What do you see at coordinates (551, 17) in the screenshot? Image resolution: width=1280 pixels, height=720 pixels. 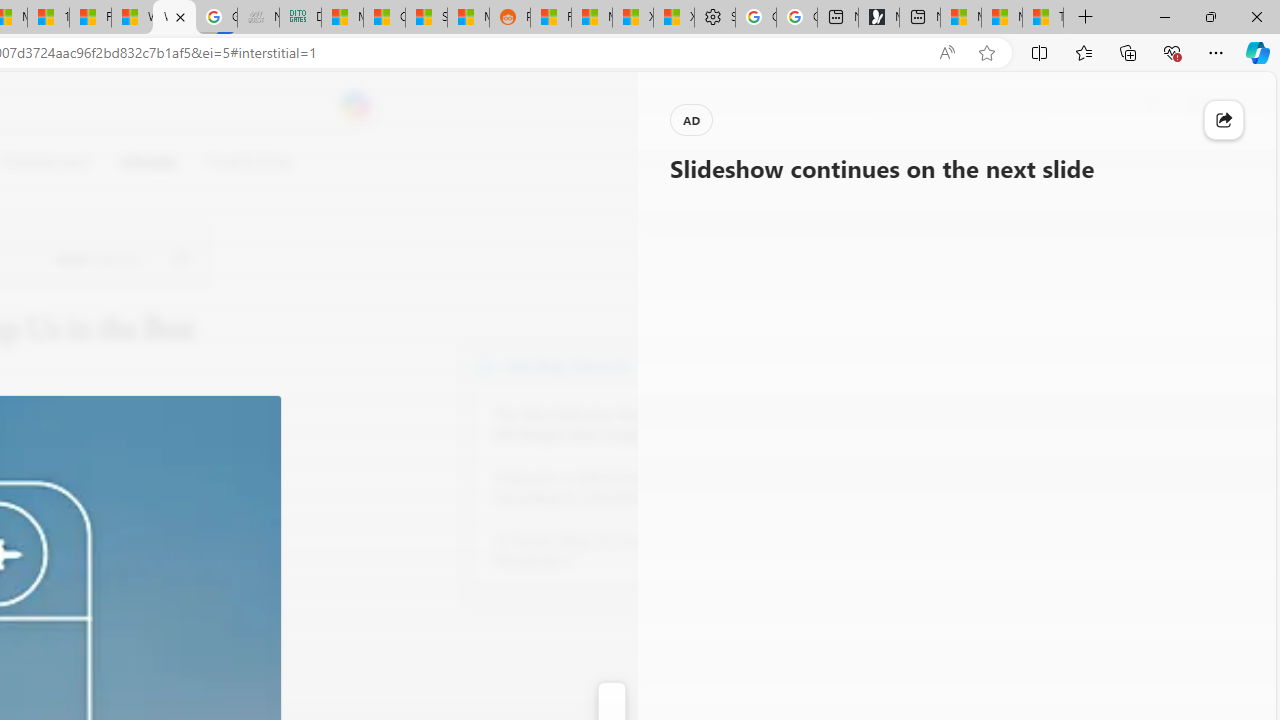 I see `'R******* | Trusted Community Engagement and Contributions'` at bounding box center [551, 17].